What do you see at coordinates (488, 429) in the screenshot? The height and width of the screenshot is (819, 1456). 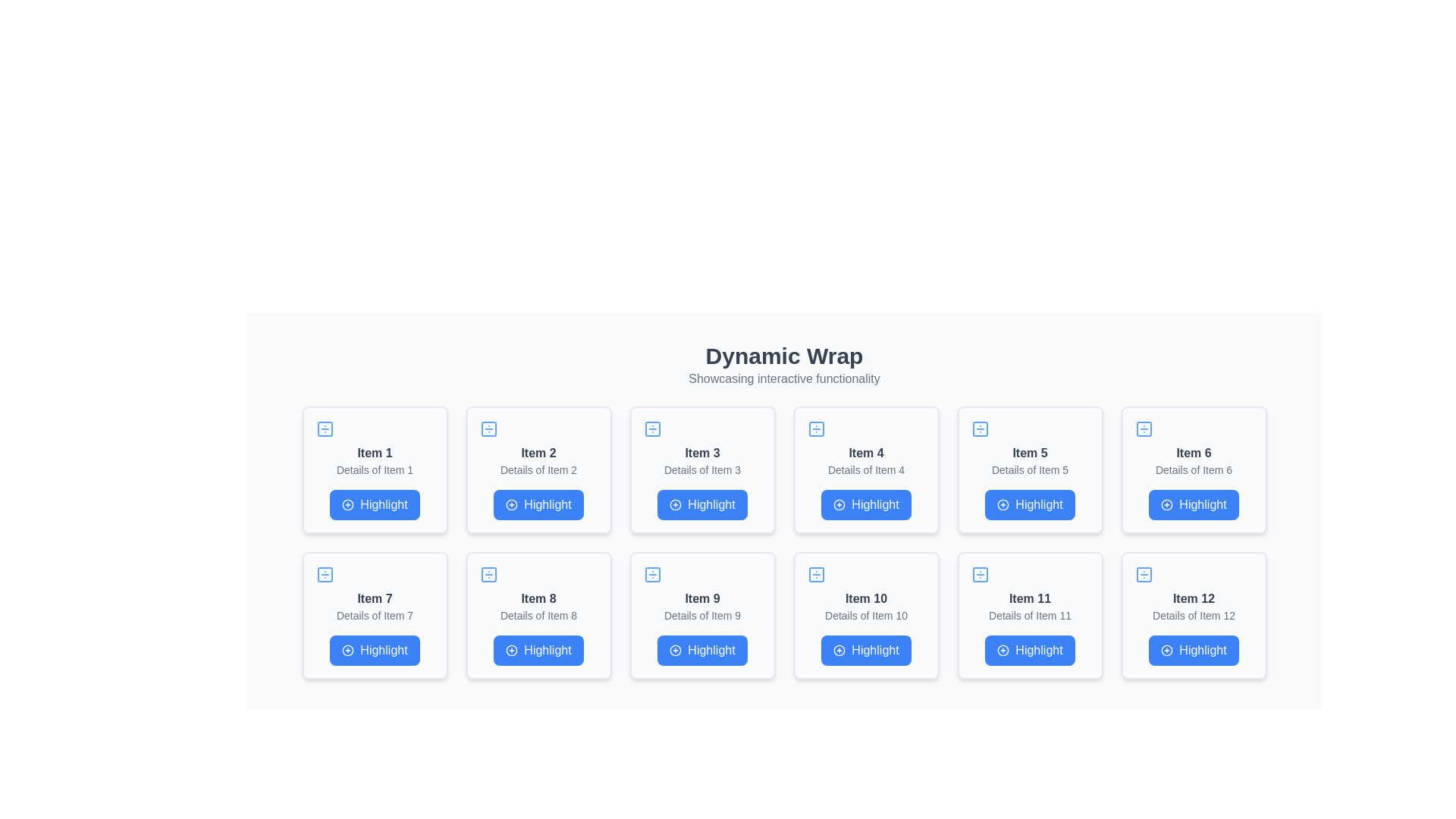 I see `the icon representing 'Item 2', located at the top-left of the card in the first row of the grid layout` at bounding box center [488, 429].